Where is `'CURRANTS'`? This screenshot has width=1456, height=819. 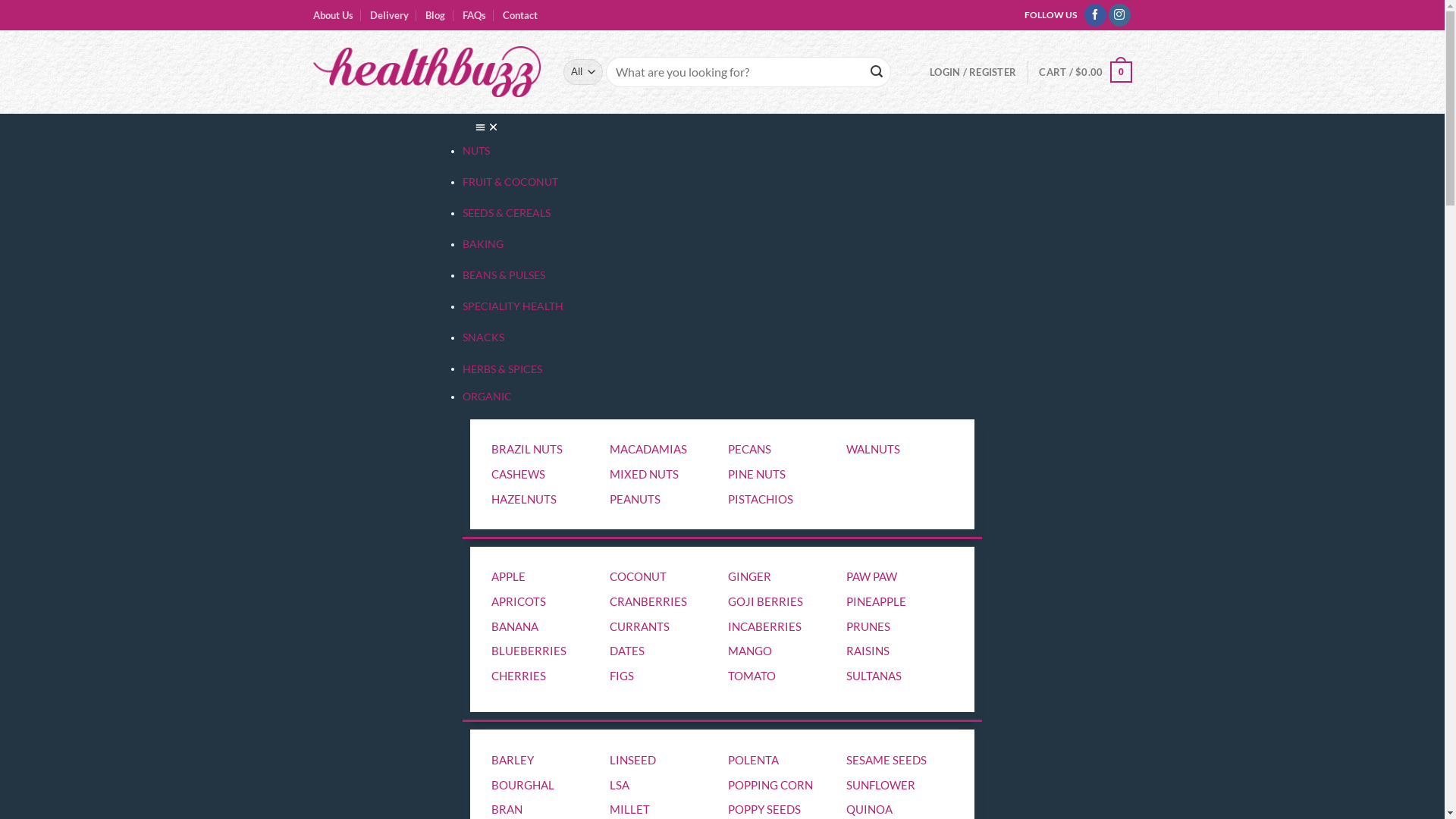 'CURRANTS' is located at coordinates (639, 626).